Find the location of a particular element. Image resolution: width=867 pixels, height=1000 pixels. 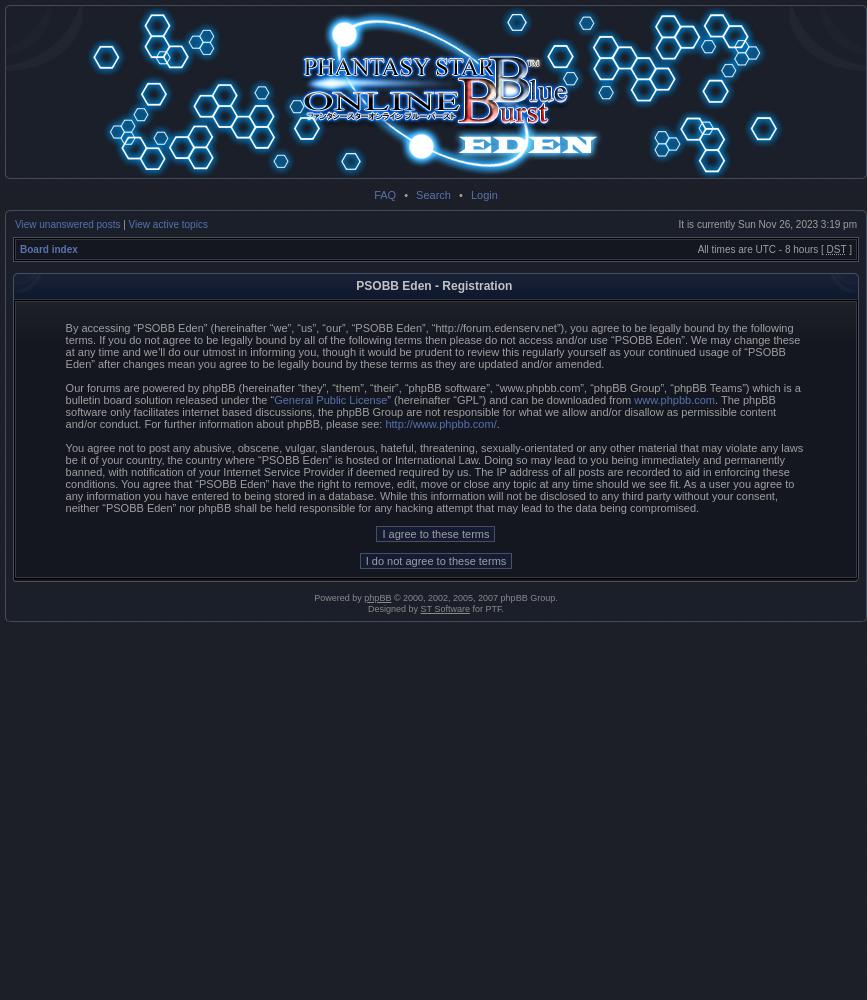

'PSOBB Eden - Registration' is located at coordinates (434, 286).